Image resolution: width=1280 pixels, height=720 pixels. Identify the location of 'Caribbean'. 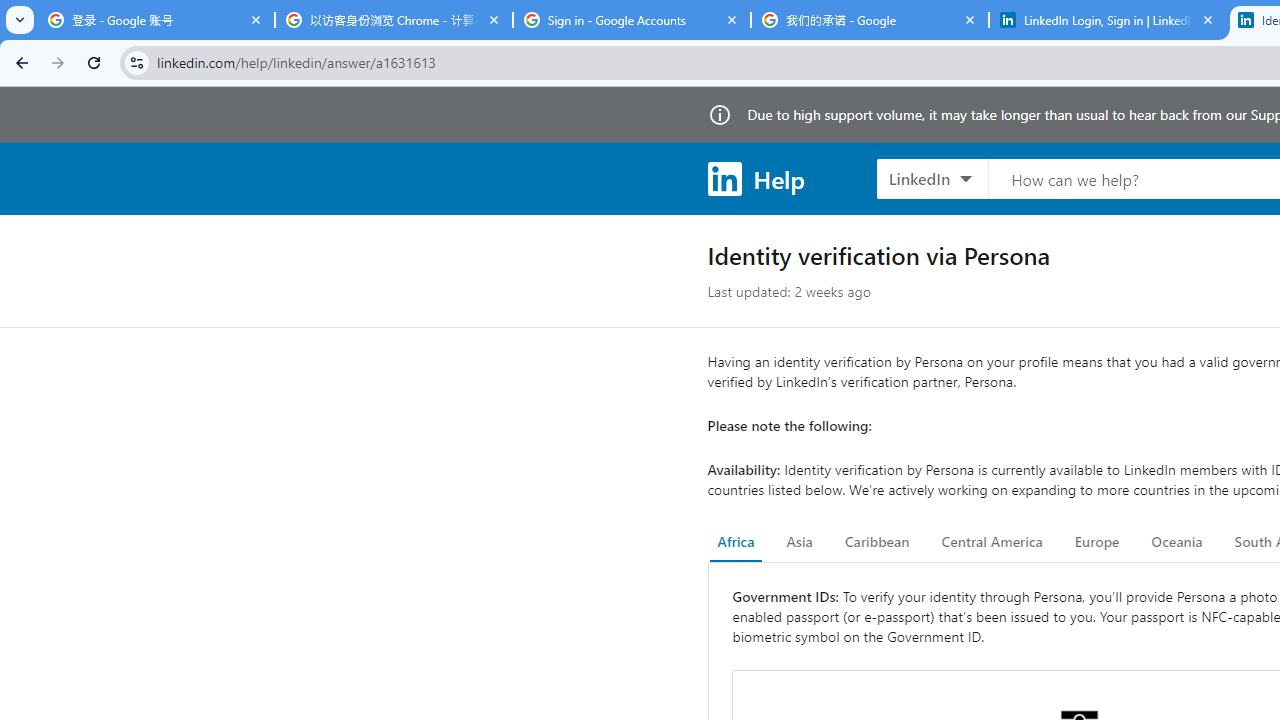
(876, 542).